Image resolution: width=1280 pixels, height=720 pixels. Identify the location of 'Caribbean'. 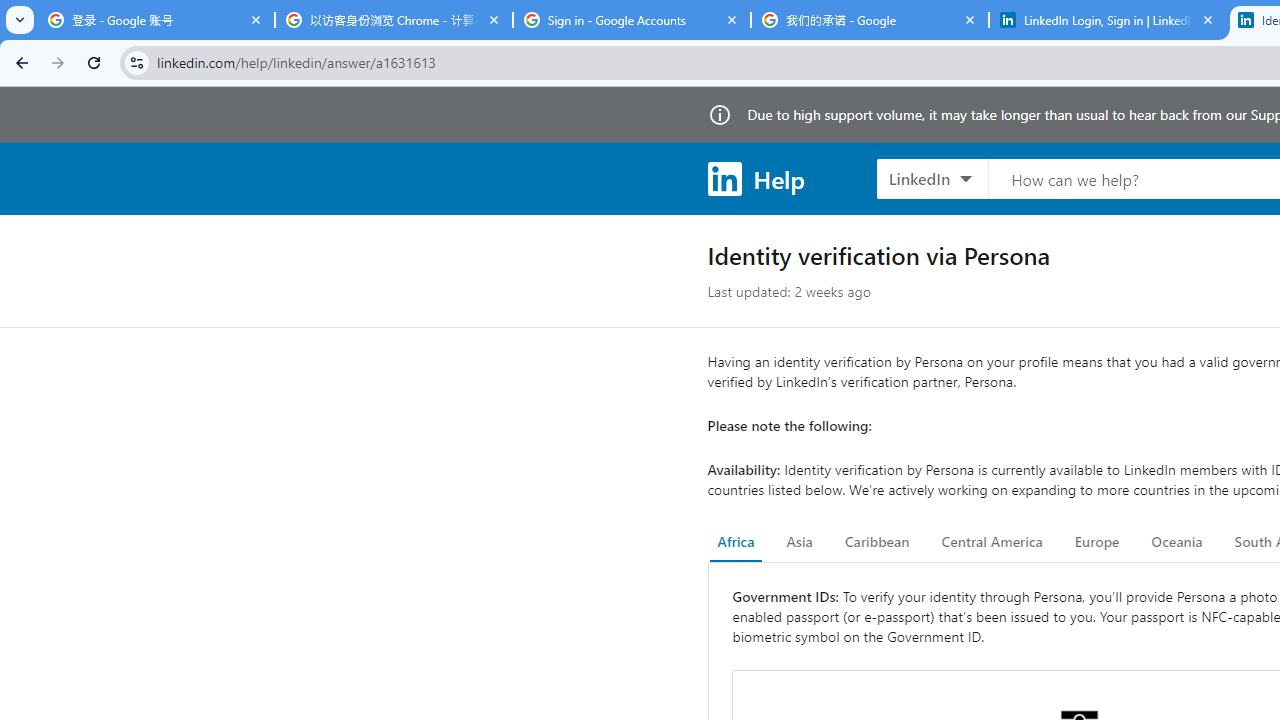
(876, 542).